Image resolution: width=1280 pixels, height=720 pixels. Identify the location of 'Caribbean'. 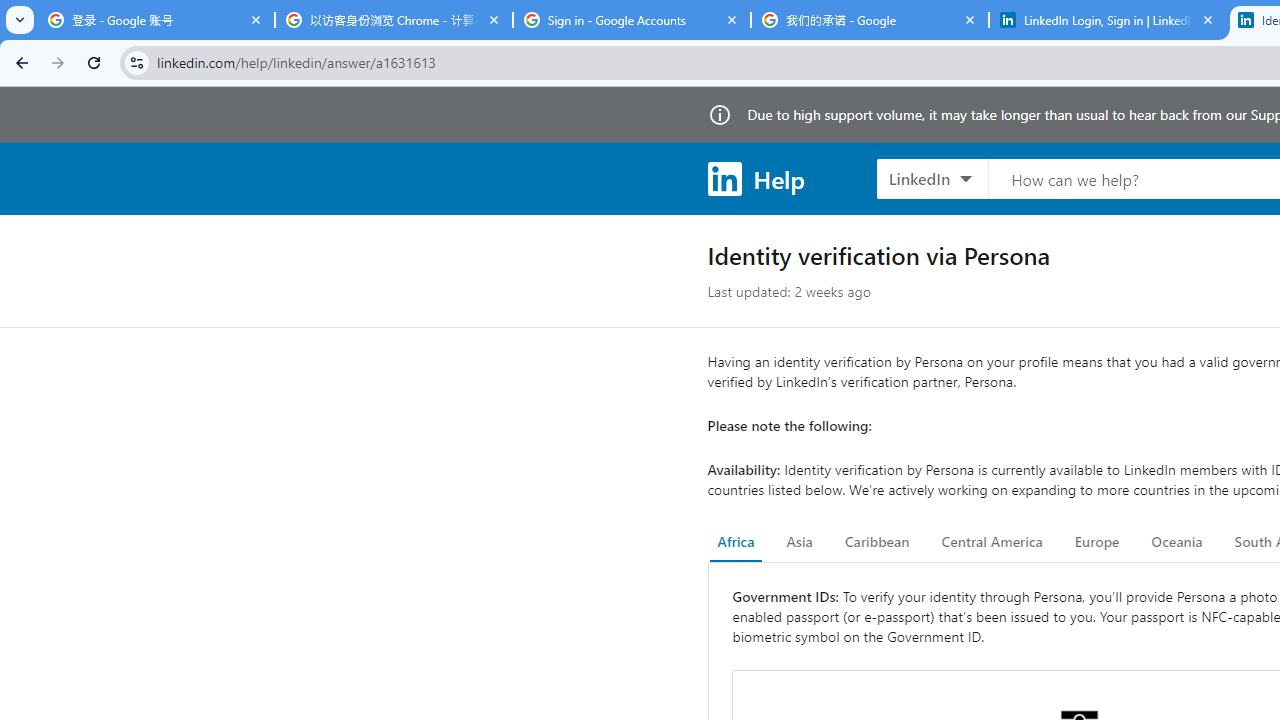
(876, 542).